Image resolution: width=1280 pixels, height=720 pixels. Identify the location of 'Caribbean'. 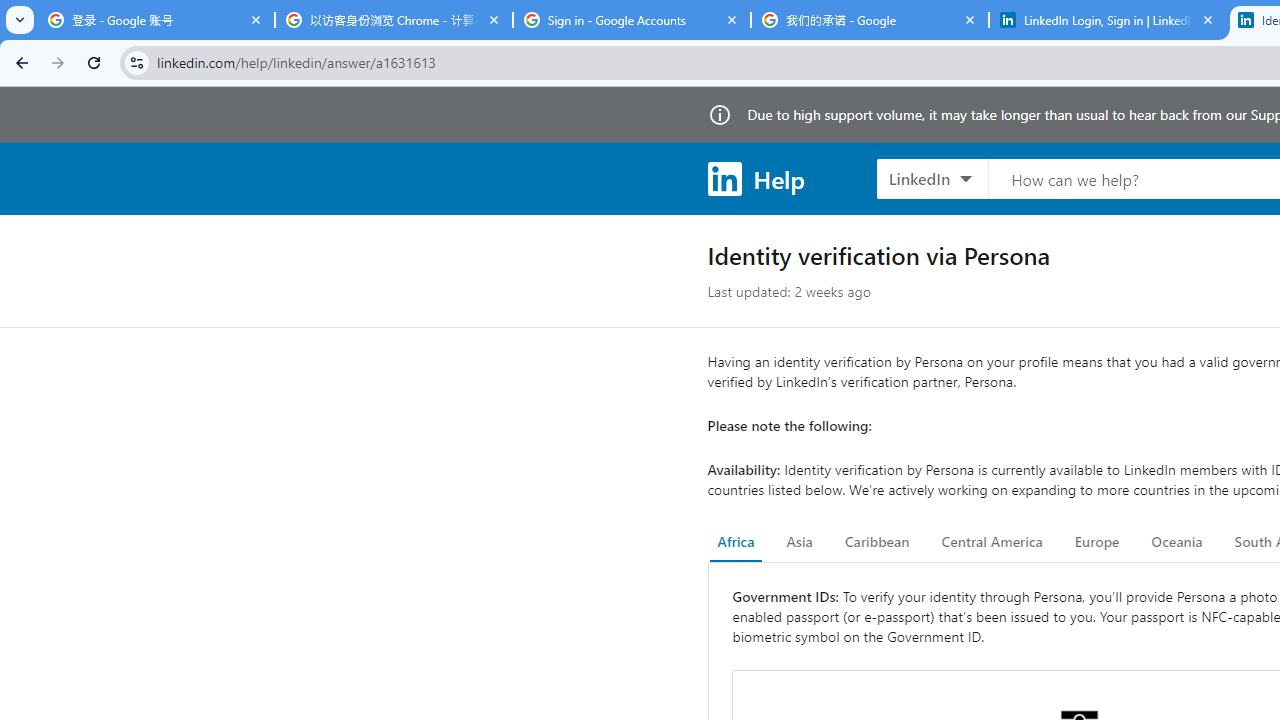
(876, 542).